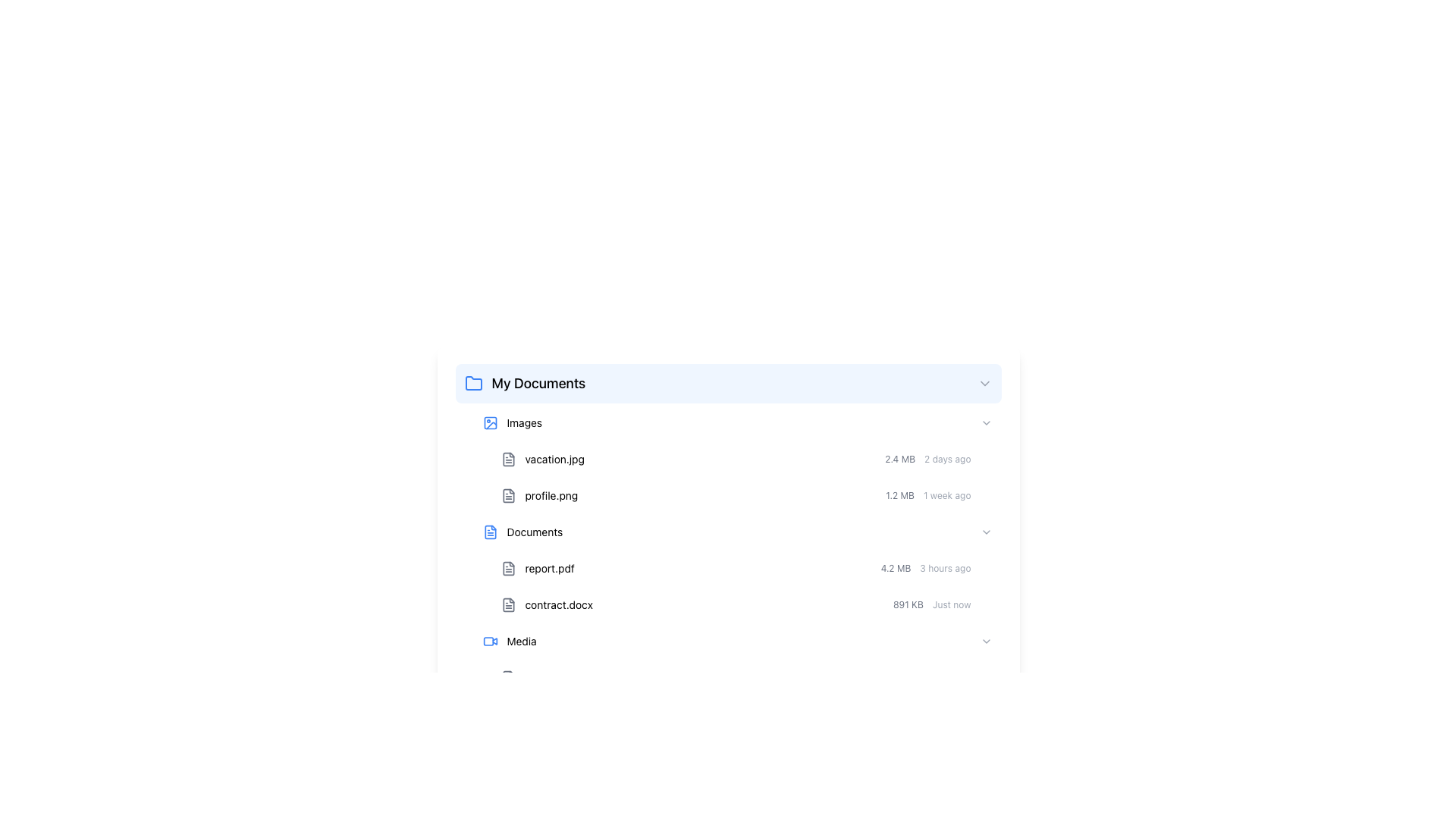 Image resolution: width=1456 pixels, height=819 pixels. Describe the element at coordinates (737, 458) in the screenshot. I see `to select the first file group within the 'Images' category in the document manager interface` at that location.